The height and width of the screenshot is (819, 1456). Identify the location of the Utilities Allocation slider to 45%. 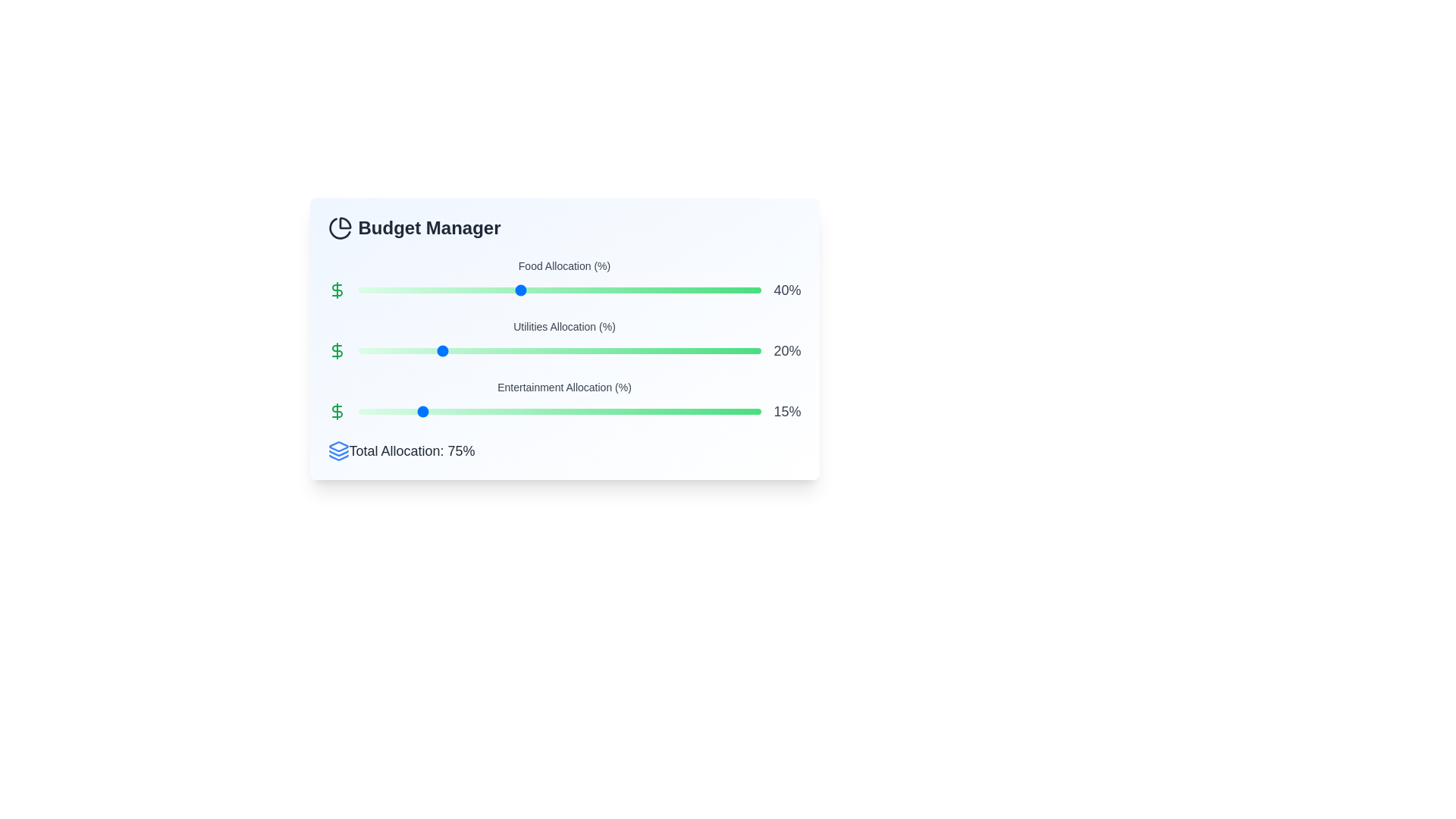
(539, 350).